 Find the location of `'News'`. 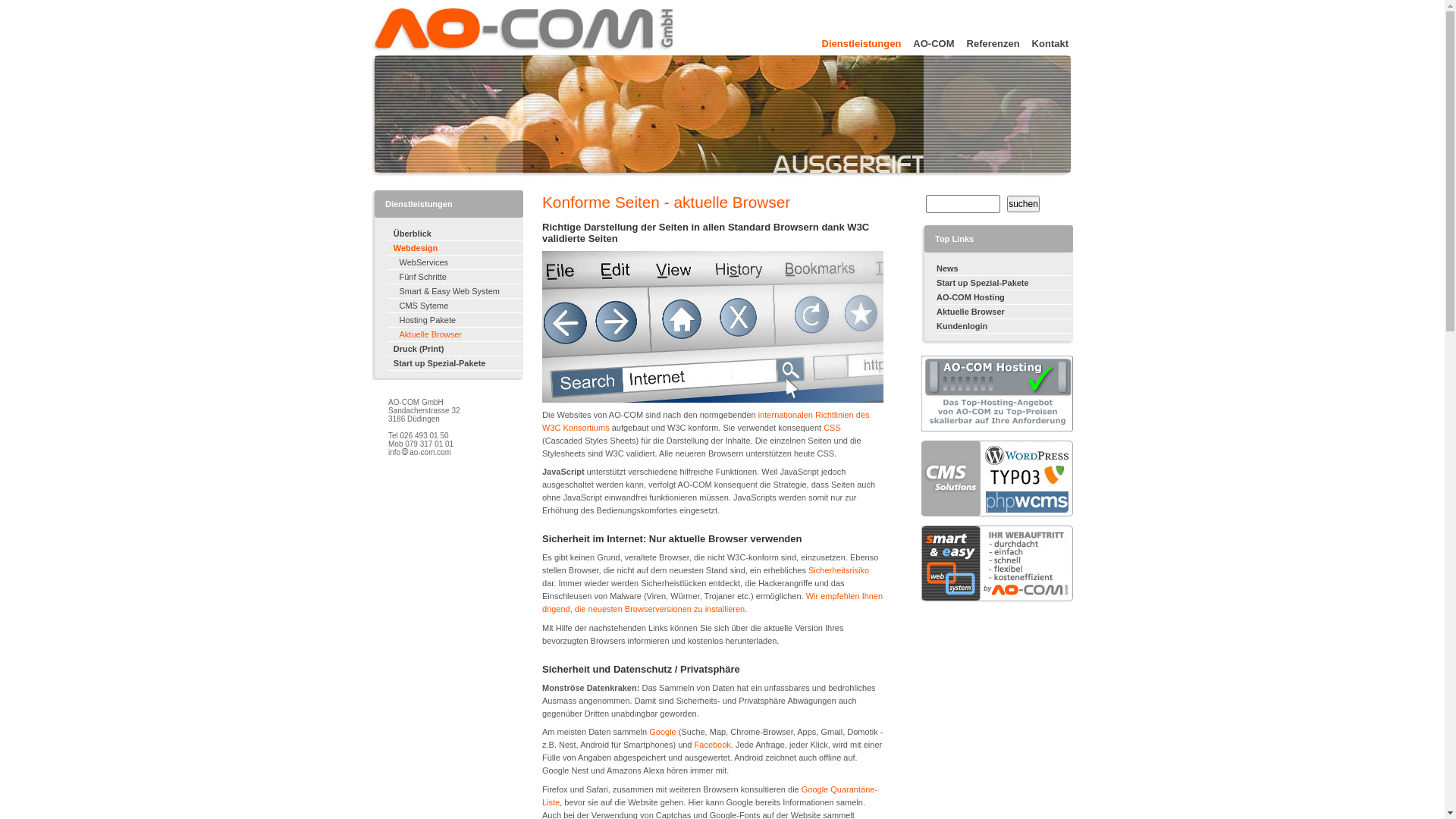

'News' is located at coordinates (1004, 268).